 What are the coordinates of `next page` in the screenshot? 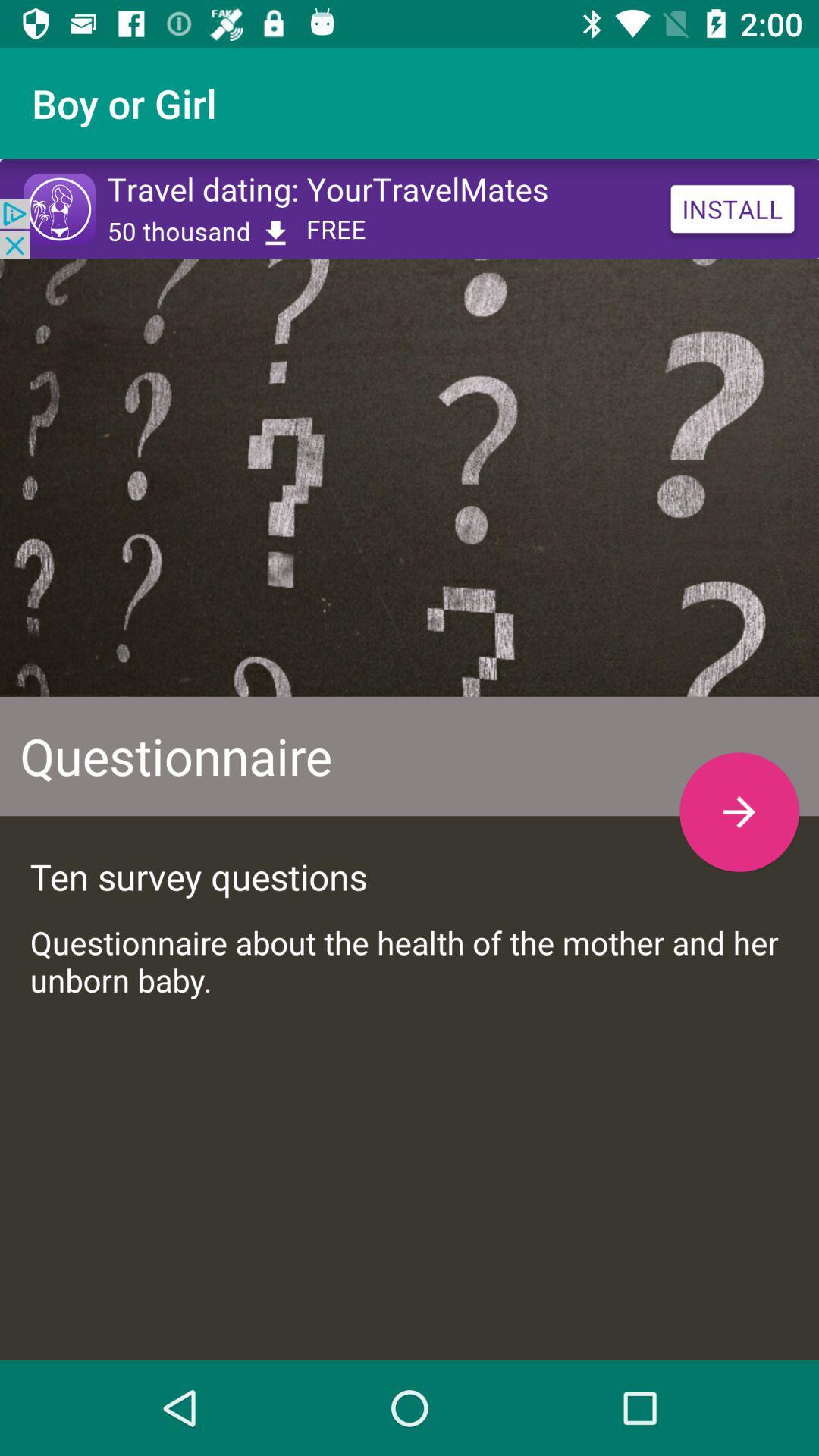 It's located at (739, 811).